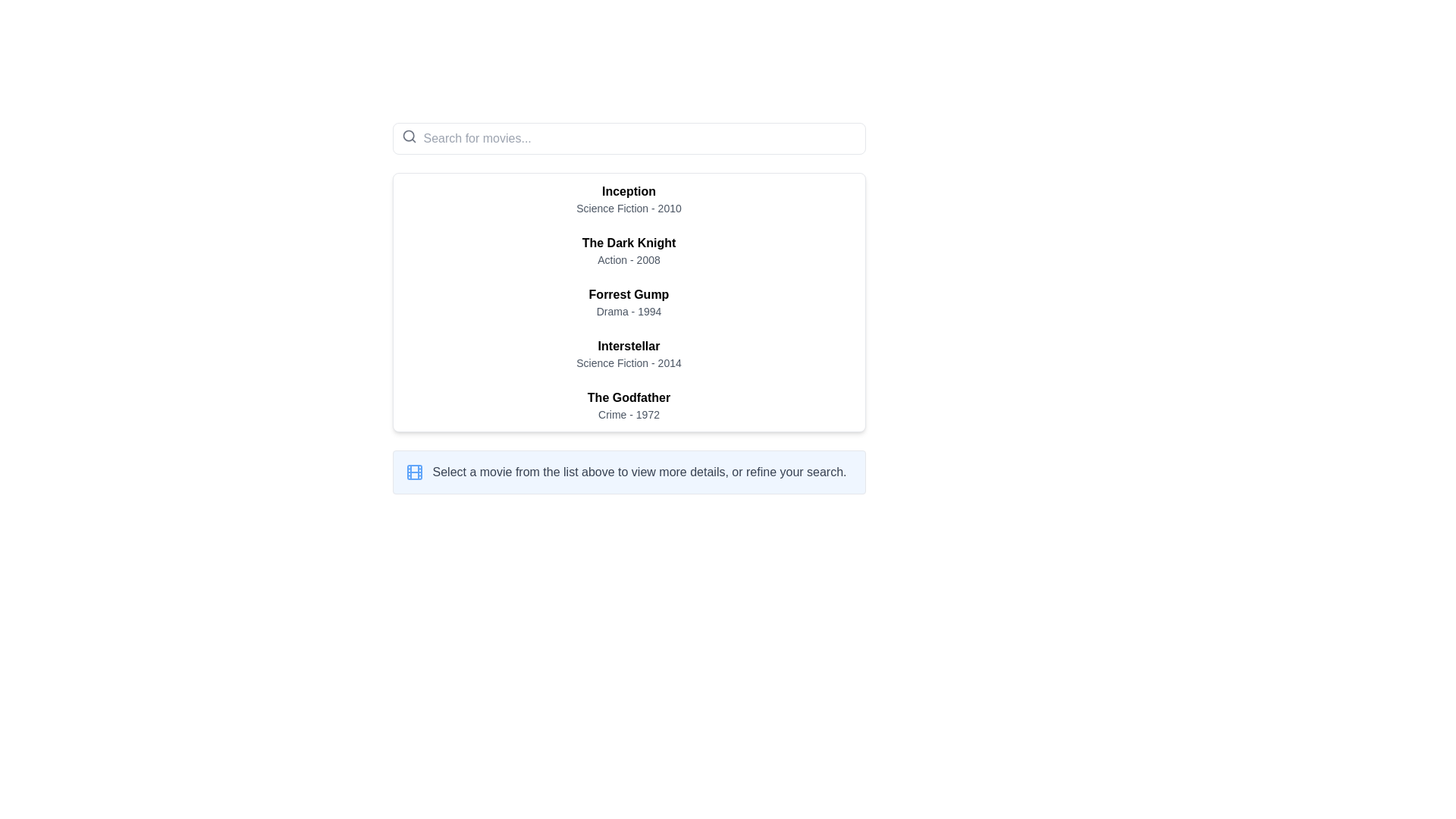 This screenshot has width=1456, height=819. What do you see at coordinates (629, 250) in the screenshot?
I see `the second movie list item that displays the movie title and details` at bounding box center [629, 250].